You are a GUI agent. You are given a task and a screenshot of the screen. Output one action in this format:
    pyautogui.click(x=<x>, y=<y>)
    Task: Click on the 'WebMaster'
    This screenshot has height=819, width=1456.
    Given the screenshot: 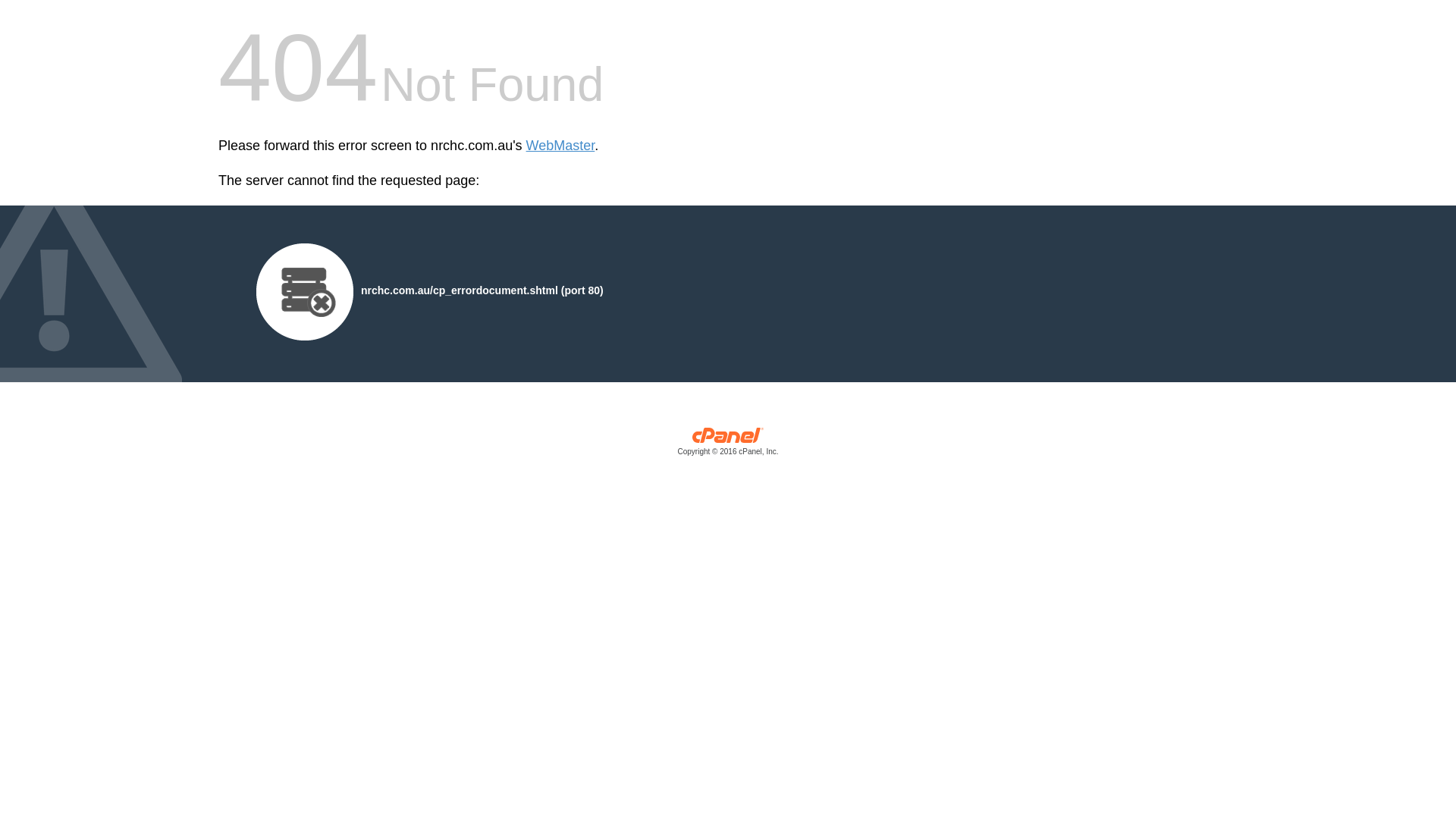 What is the action you would take?
    pyautogui.click(x=560, y=146)
    